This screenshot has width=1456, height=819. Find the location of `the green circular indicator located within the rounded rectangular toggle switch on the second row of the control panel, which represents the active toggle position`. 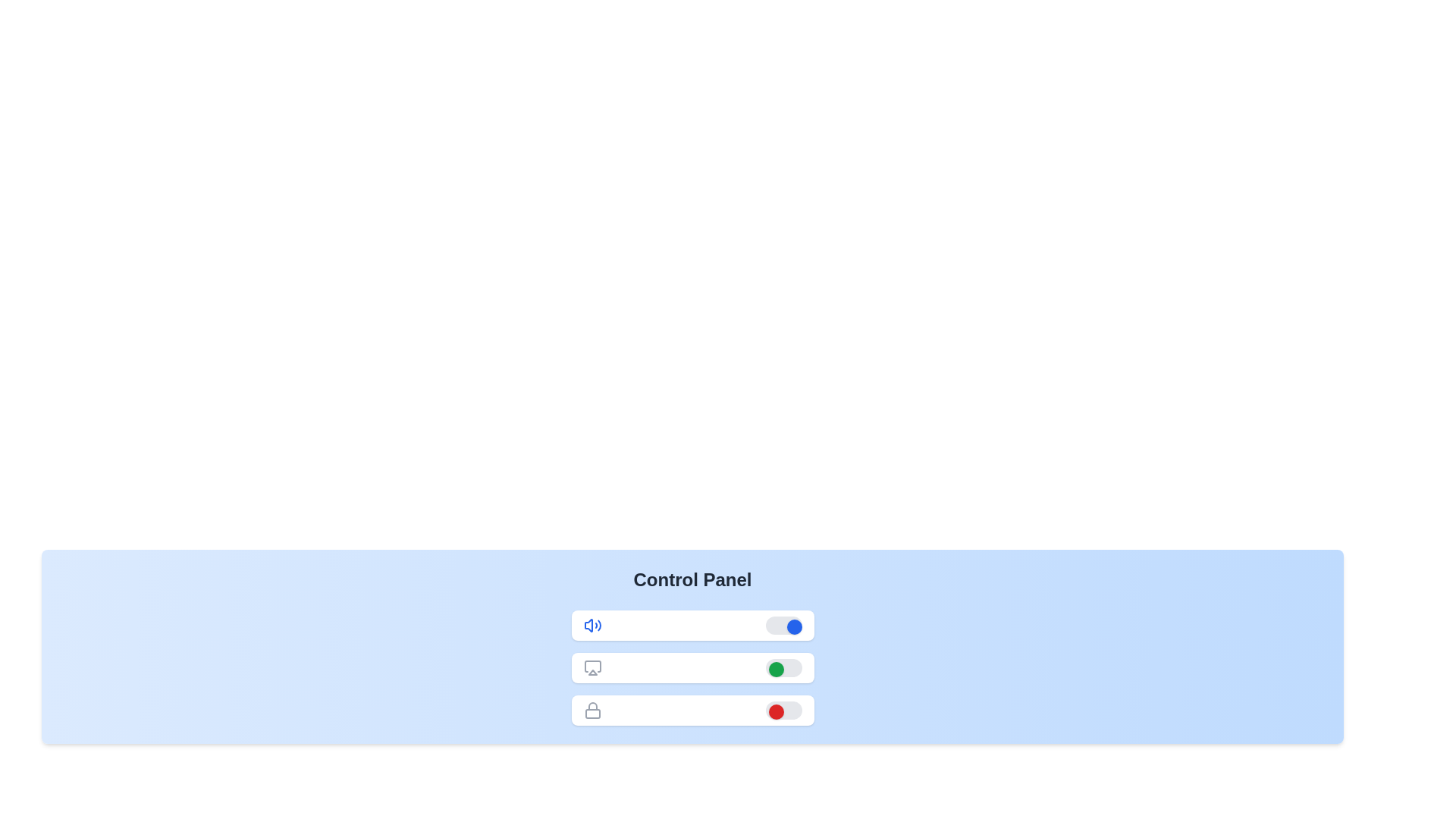

the green circular indicator located within the rounded rectangular toggle switch on the second row of the control panel, which represents the active toggle position is located at coordinates (776, 669).